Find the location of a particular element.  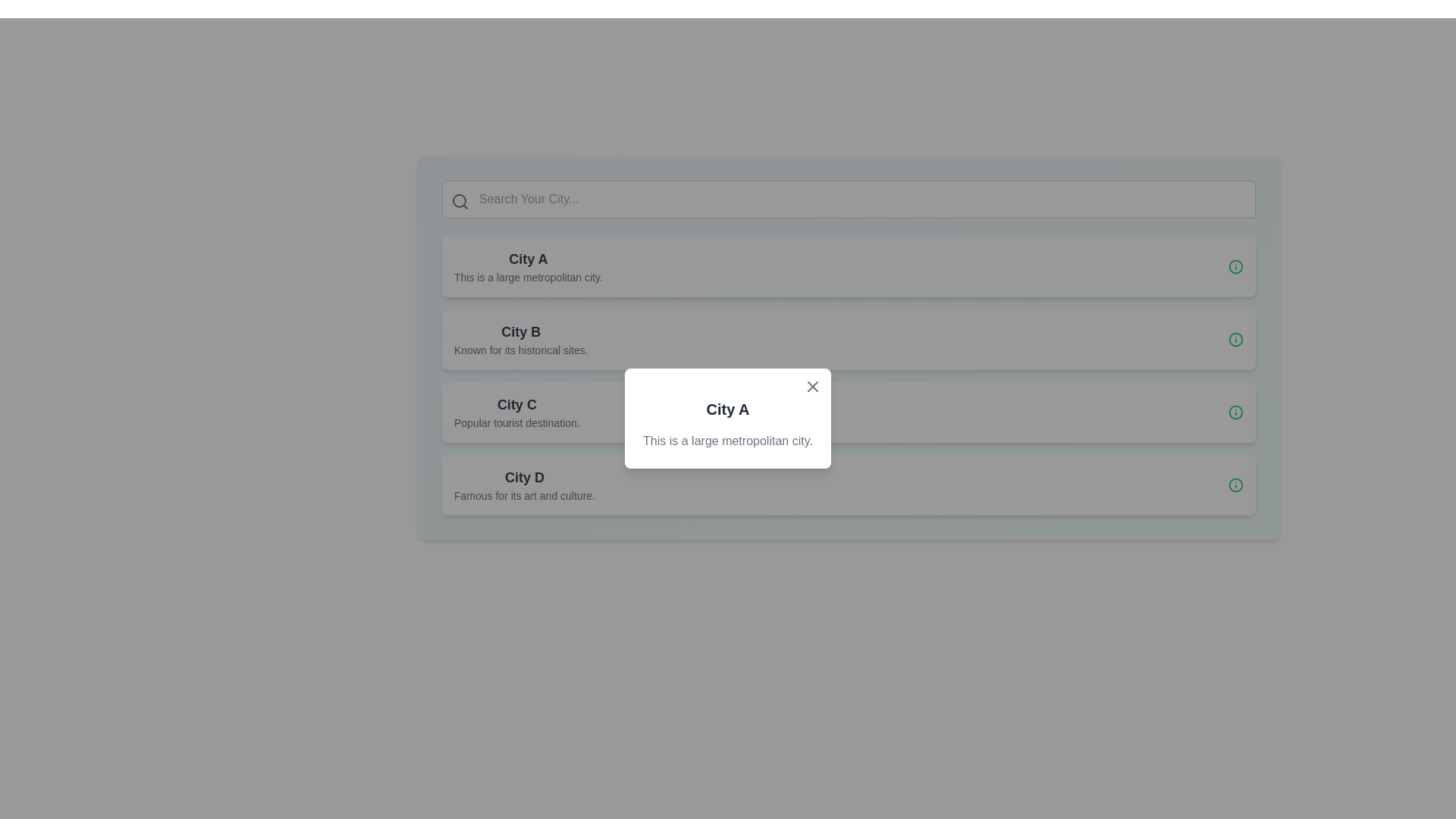

the city card located at the top of the vertical list is located at coordinates (848, 265).